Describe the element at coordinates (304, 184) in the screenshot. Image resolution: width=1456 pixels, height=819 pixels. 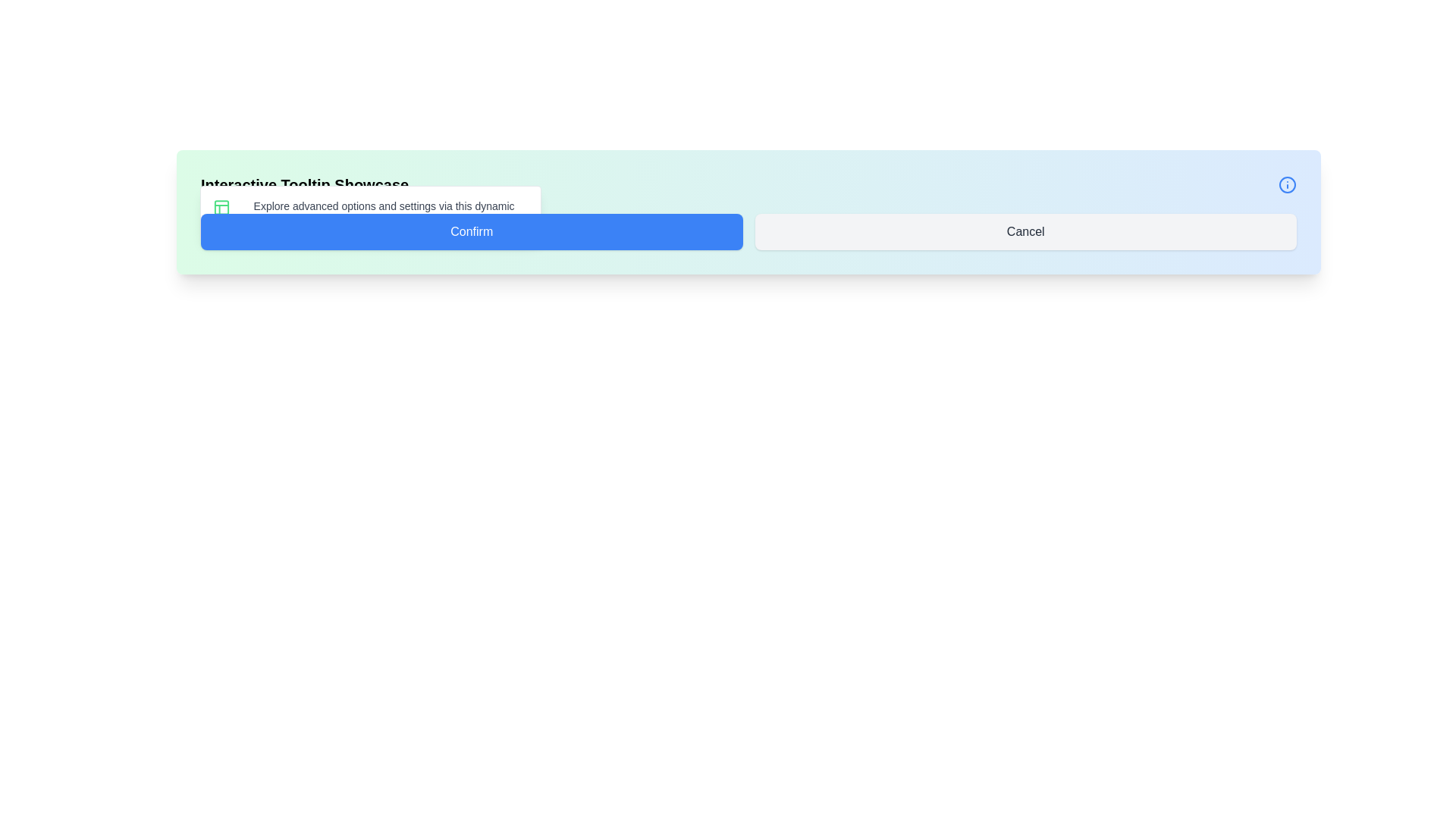
I see `text label that serves as a heading or title, positioned in the top-left corner of the interface, preceding additional iconographic elements` at that location.